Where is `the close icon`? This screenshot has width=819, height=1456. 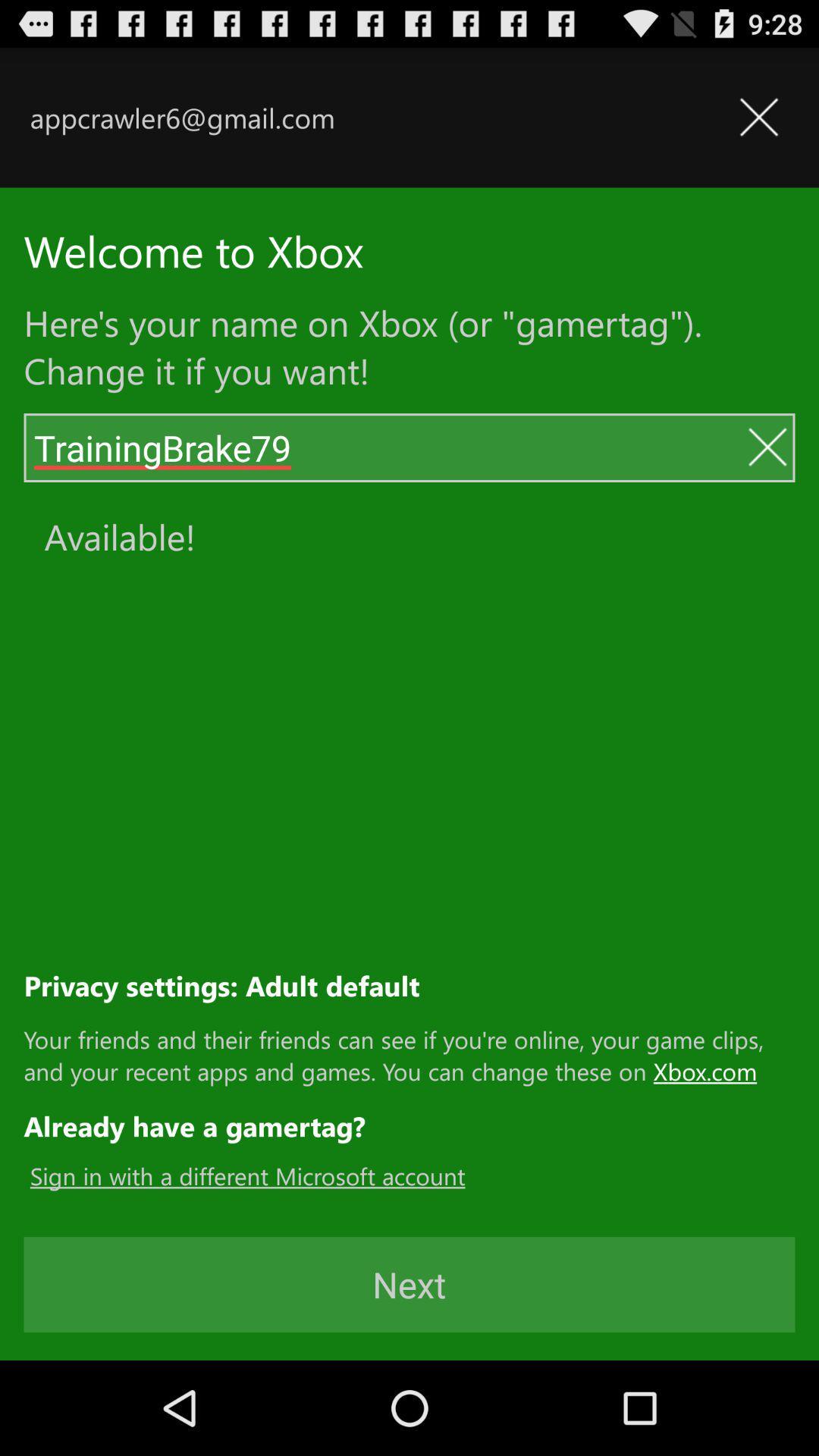 the close icon is located at coordinates (758, 126).